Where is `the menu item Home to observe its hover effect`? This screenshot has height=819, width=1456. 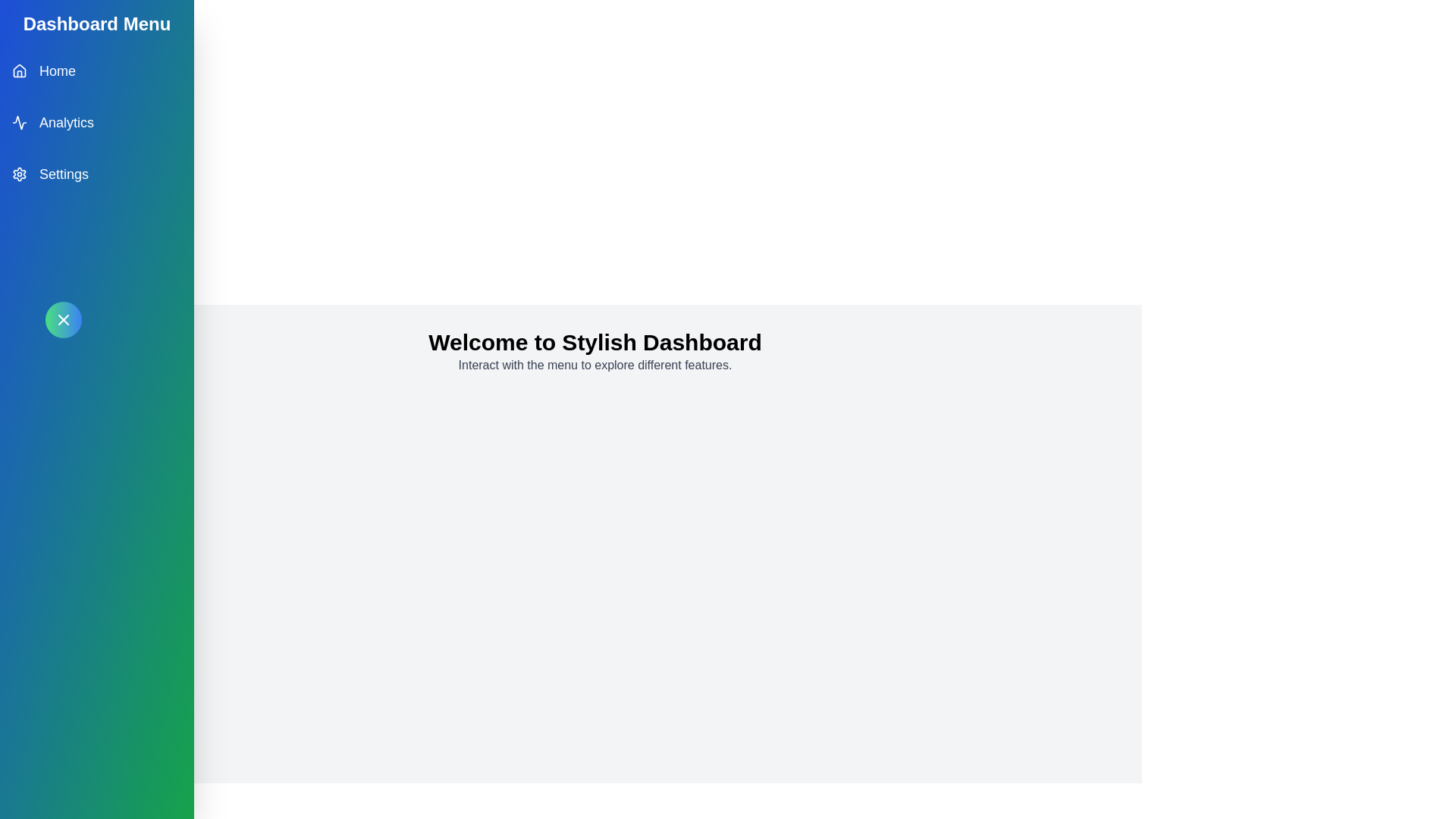
the menu item Home to observe its hover effect is located at coordinates (96, 71).